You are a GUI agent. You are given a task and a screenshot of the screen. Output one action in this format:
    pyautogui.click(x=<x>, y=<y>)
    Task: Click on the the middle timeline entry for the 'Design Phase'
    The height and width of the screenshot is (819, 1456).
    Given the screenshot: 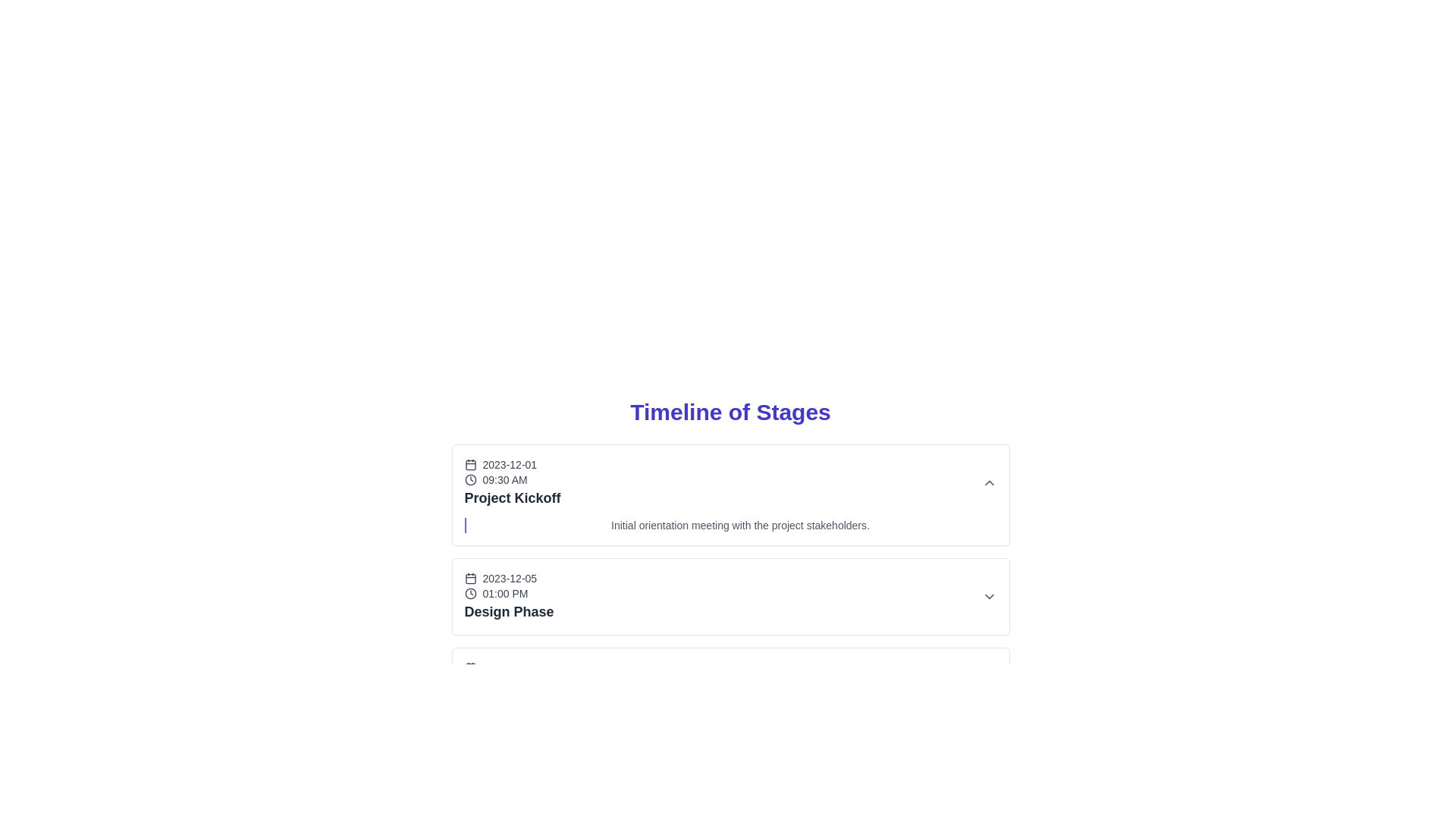 What is the action you would take?
    pyautogui.click(x=730, y=584)
    